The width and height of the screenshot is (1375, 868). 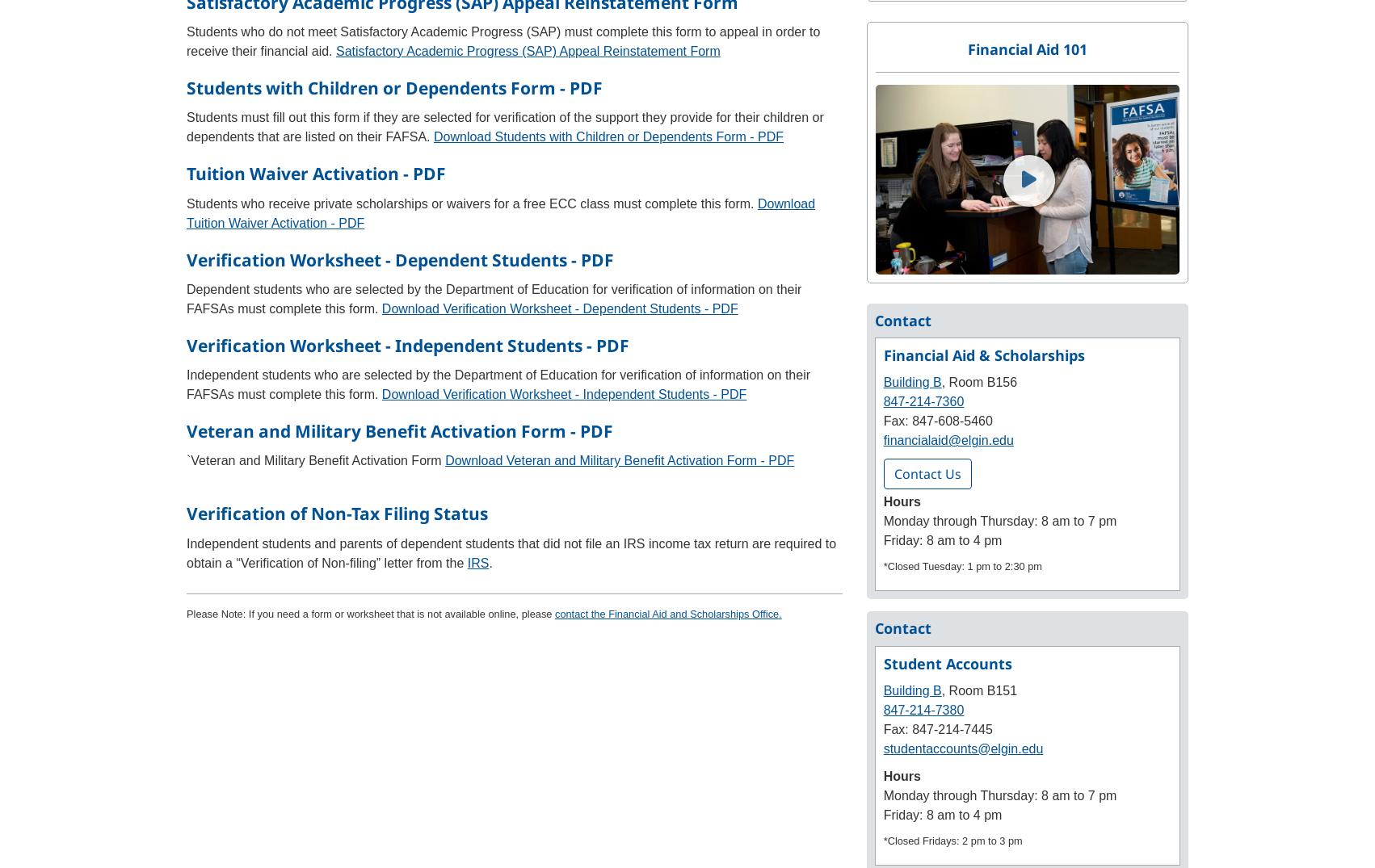 I want to click on 'Download Students with Children or Dependents Form - PDF', so click(x=607, y=136).